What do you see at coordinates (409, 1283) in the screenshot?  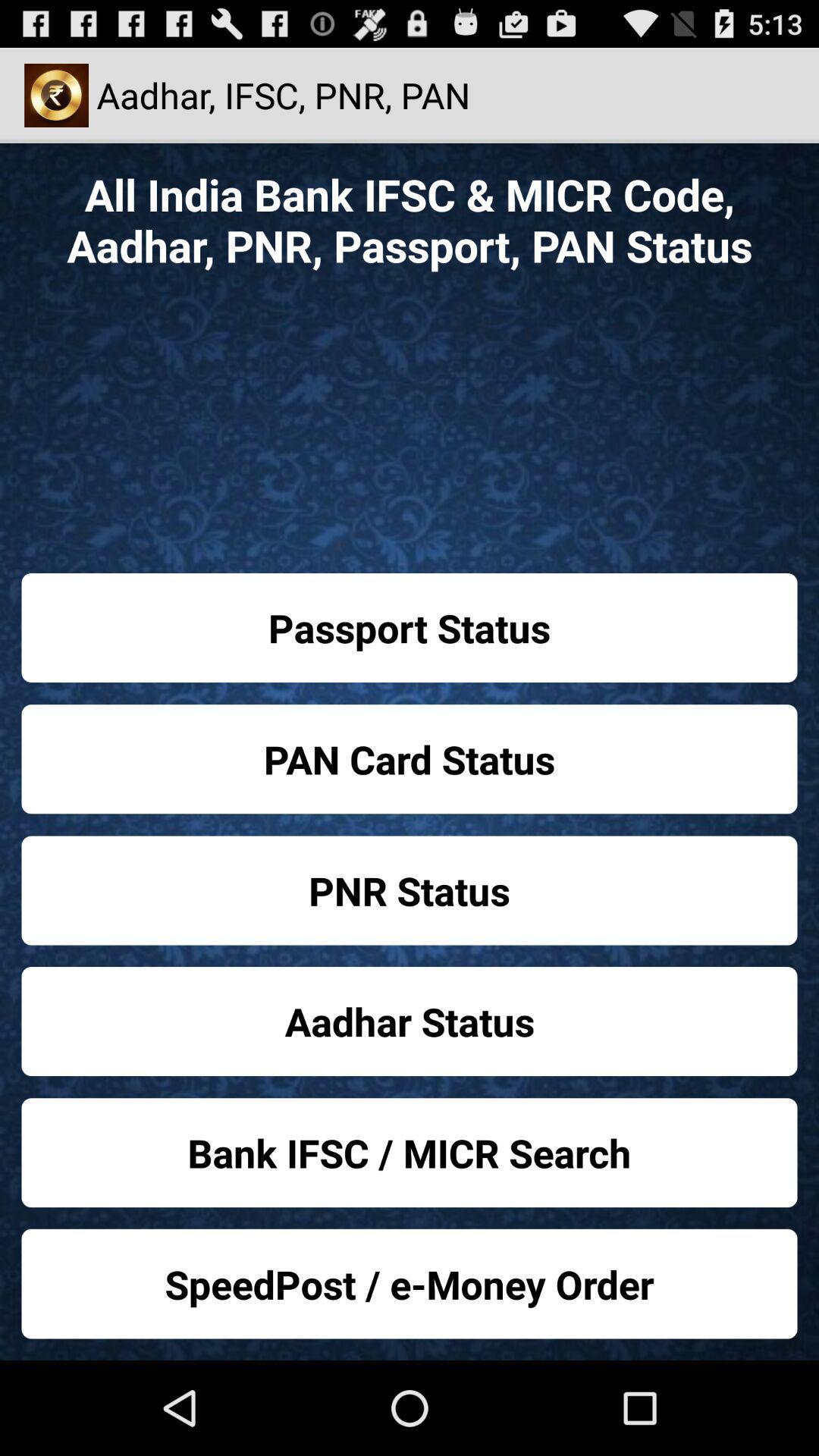 I see `the speedpost e money icon` at bounding box center [409, 1283].